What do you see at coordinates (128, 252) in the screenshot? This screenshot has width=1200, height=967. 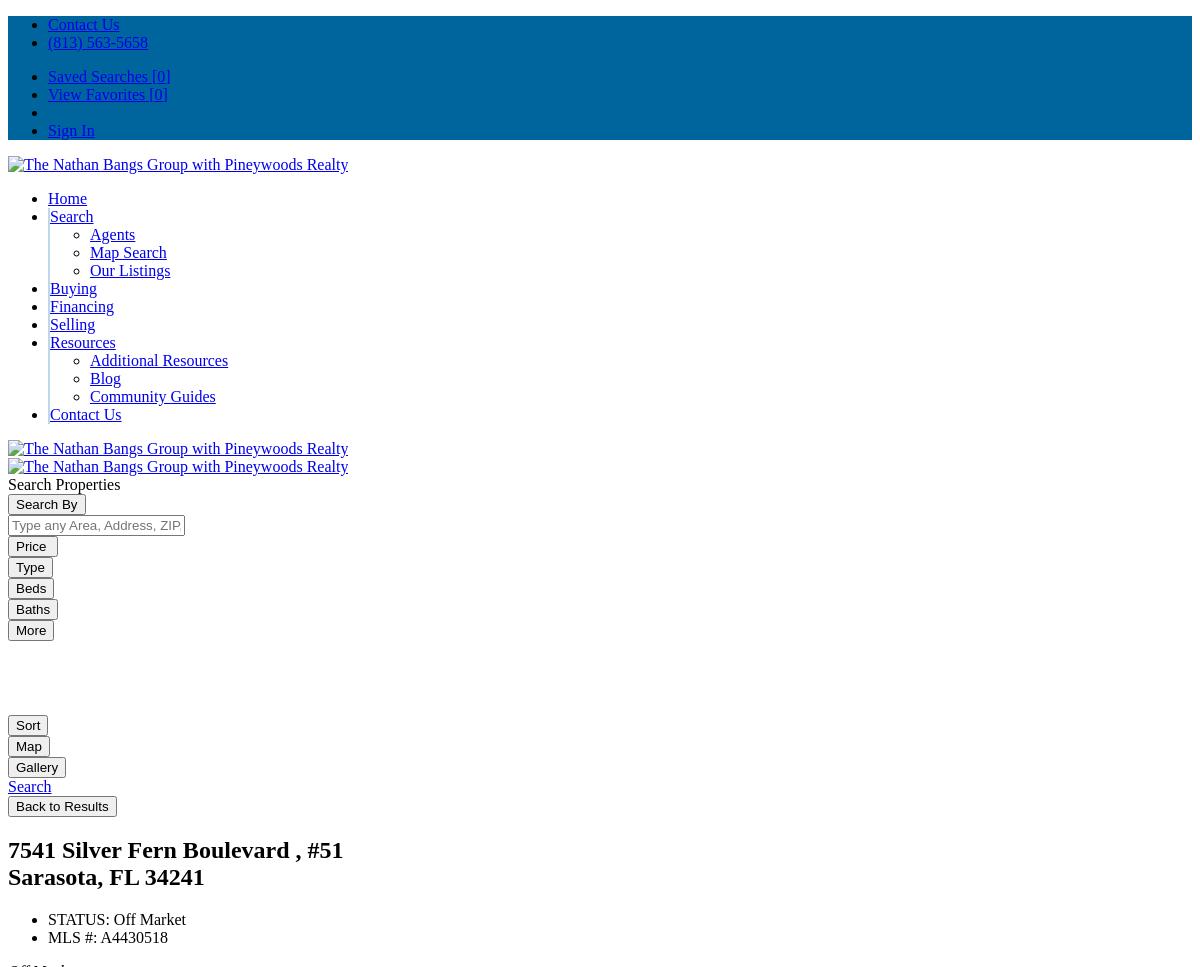 I see `'Map Search'` at bounding box center [128, 252].